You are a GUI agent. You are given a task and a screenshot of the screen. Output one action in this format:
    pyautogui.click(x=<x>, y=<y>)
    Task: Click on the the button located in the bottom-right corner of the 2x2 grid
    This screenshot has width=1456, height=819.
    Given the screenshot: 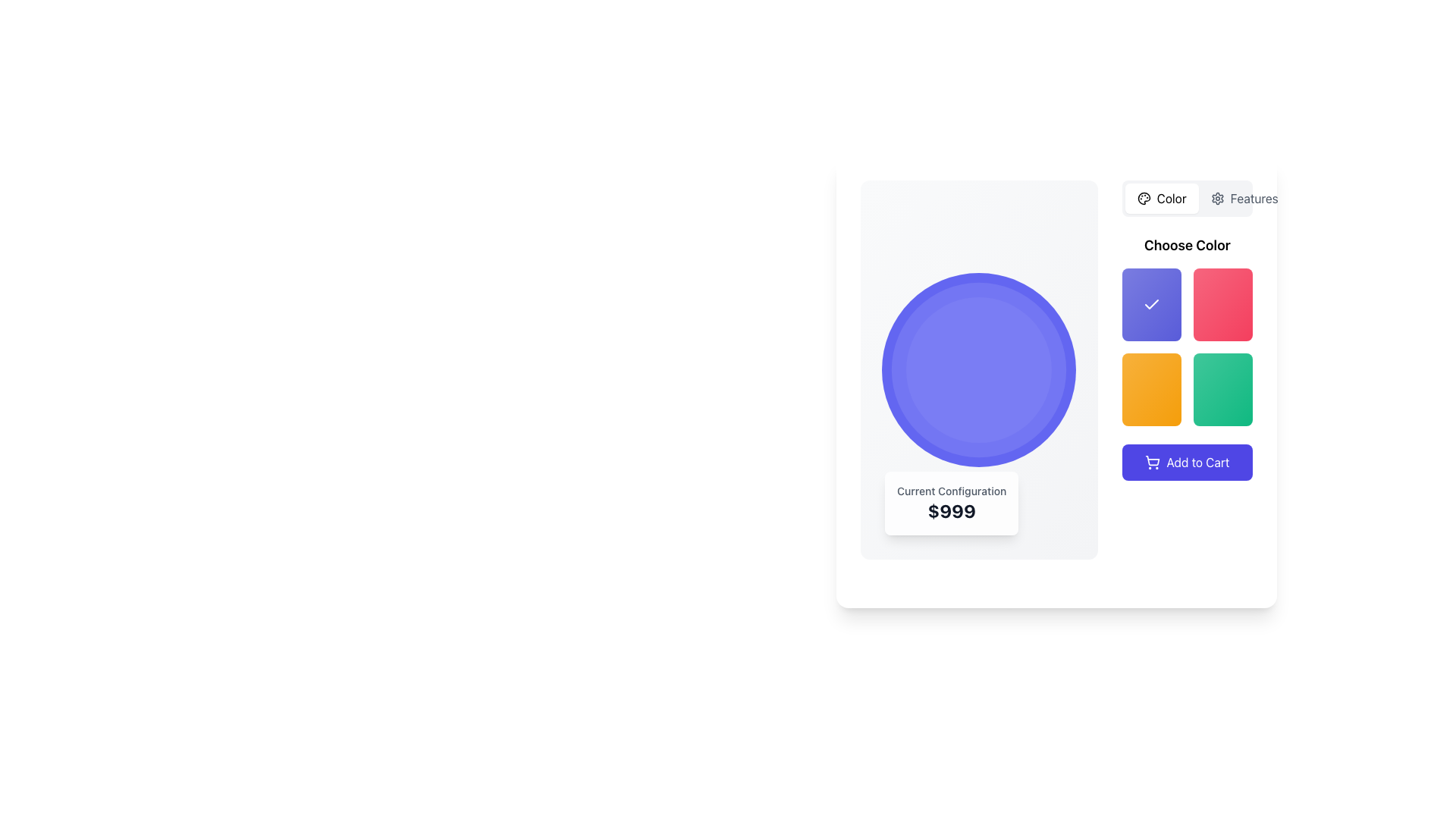 What is the action you would take?
    pyautogui.click(x=1222, y=388)
    